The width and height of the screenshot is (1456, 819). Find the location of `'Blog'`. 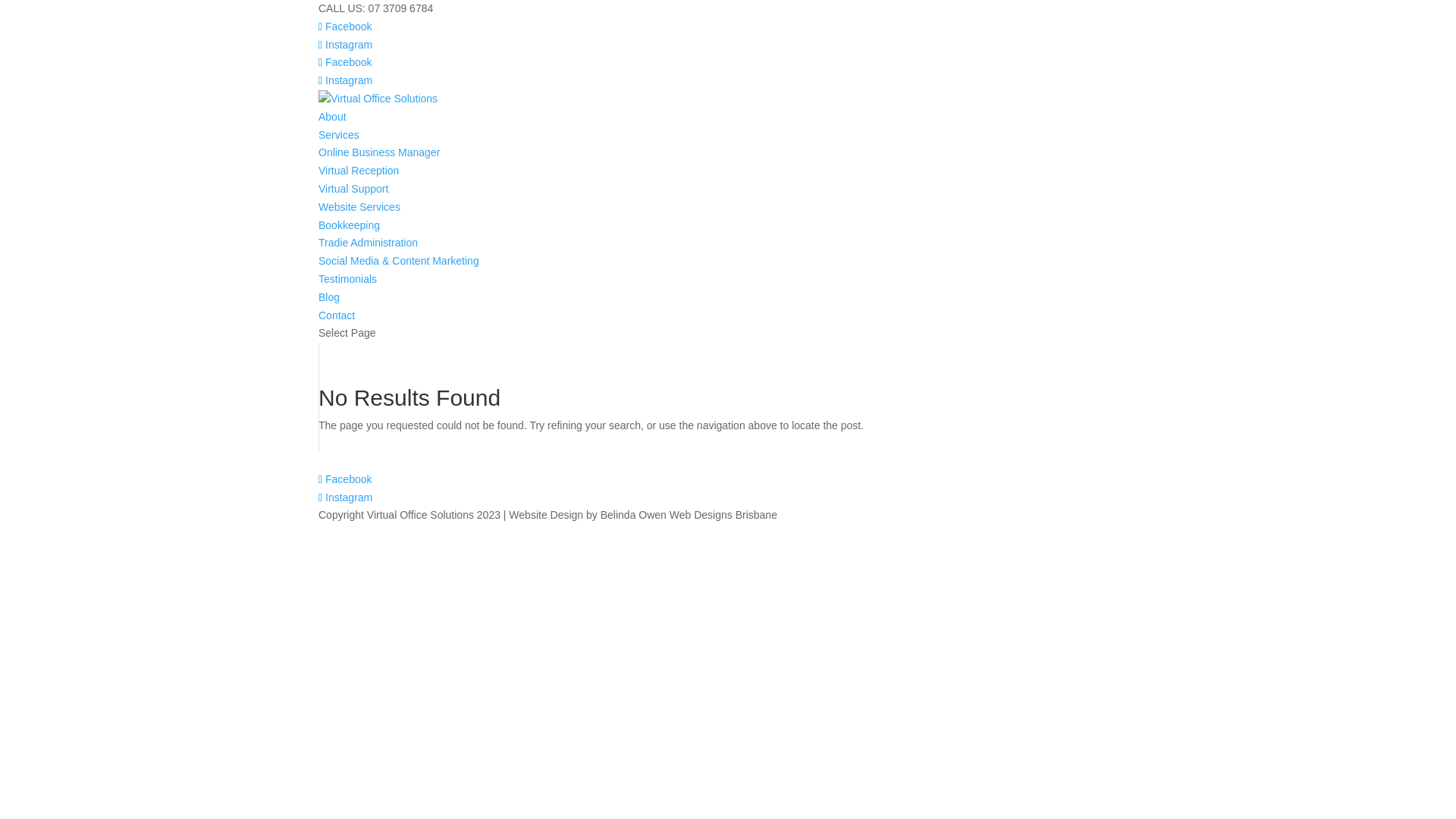

'Blog' is located at coordinates (328, 297).